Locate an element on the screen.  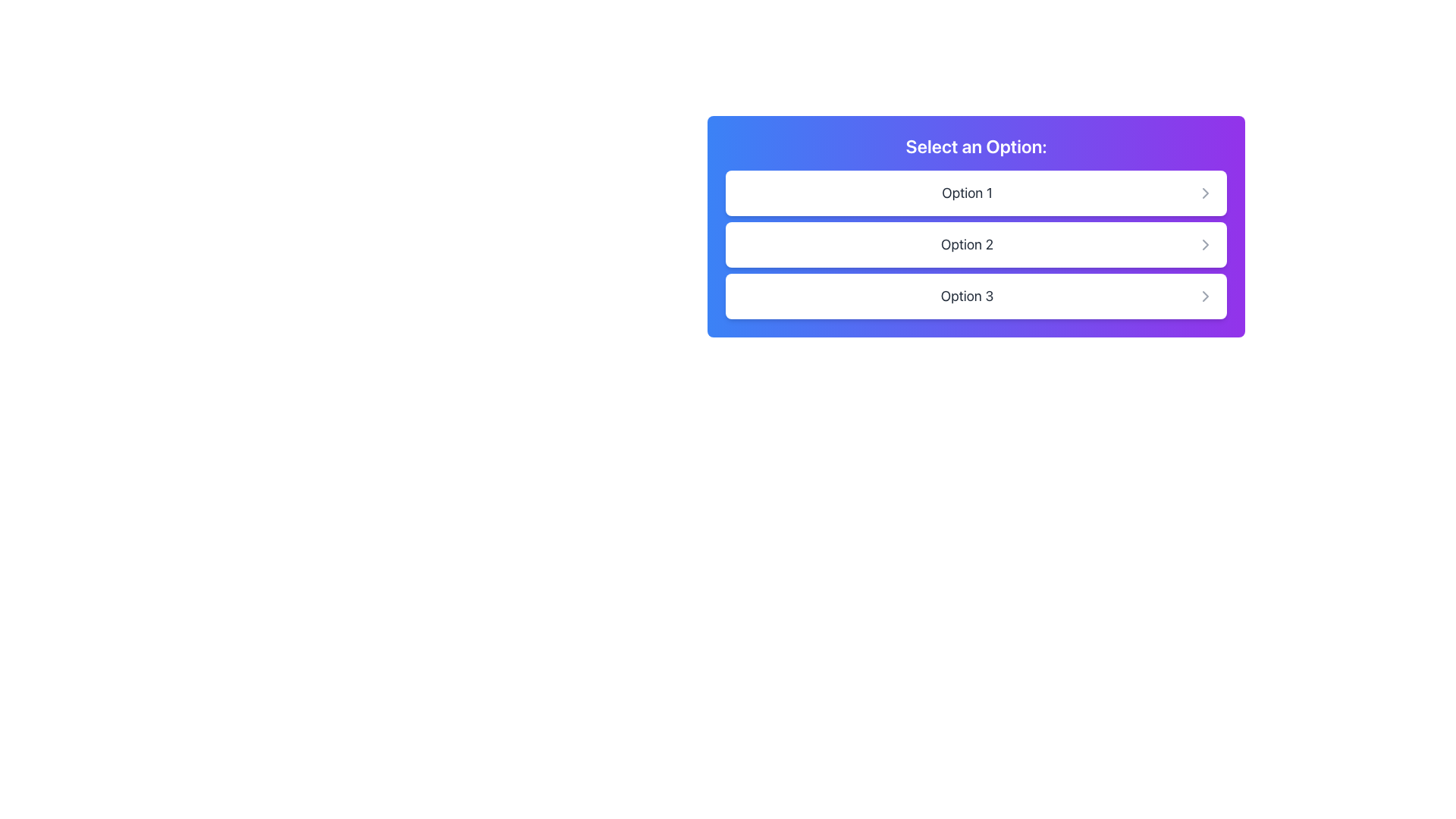
the right-pointing chevron icon button located at the far right of 'Option 3' in the selectable entries list is located at coordinates (1204, 296).